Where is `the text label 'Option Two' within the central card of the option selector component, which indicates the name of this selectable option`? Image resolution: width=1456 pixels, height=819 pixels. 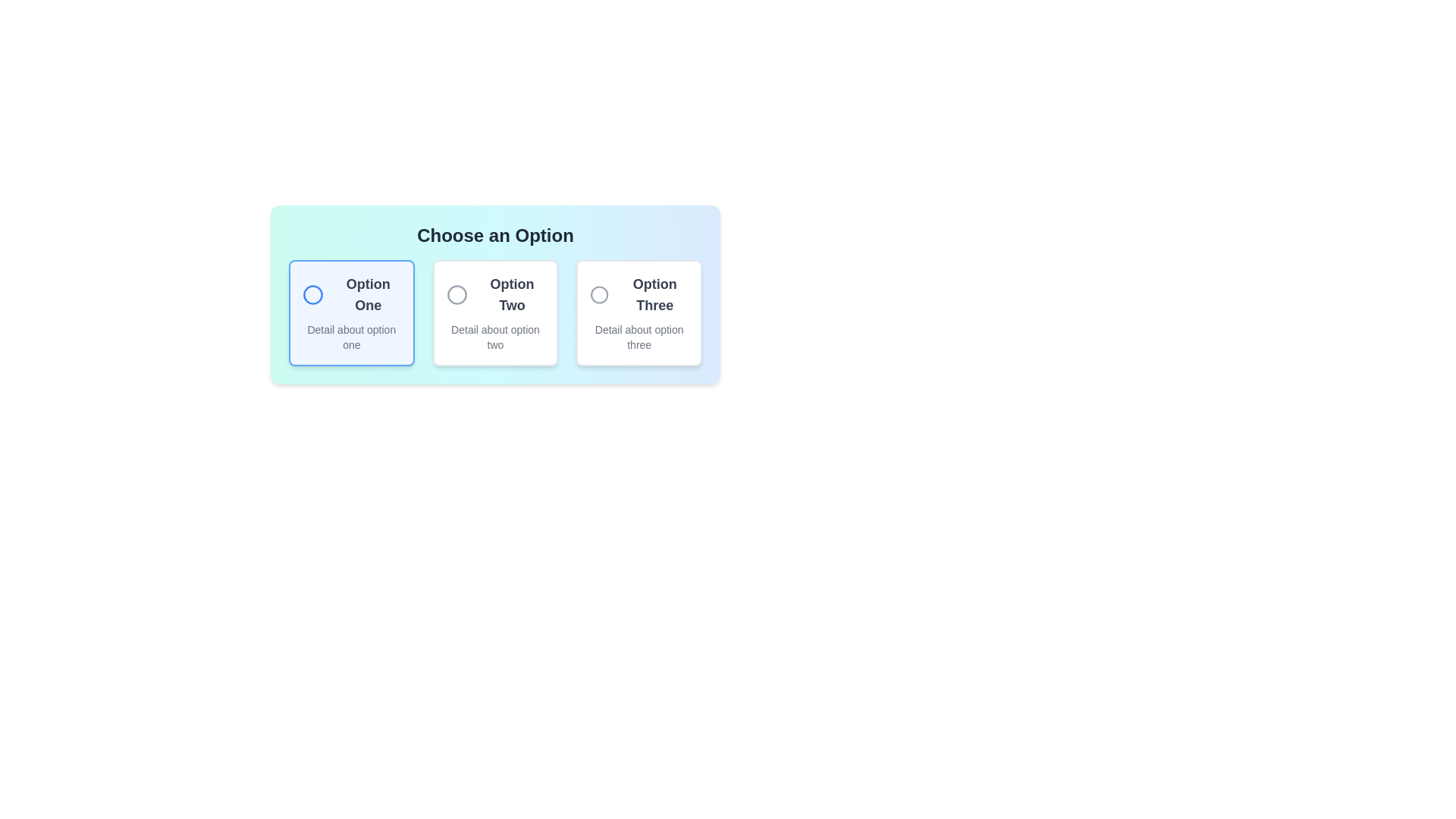 the text label 'Option Two' within the central card of the option selector component, which indicates the name of this selectable option is located at coordinates (495, 295).